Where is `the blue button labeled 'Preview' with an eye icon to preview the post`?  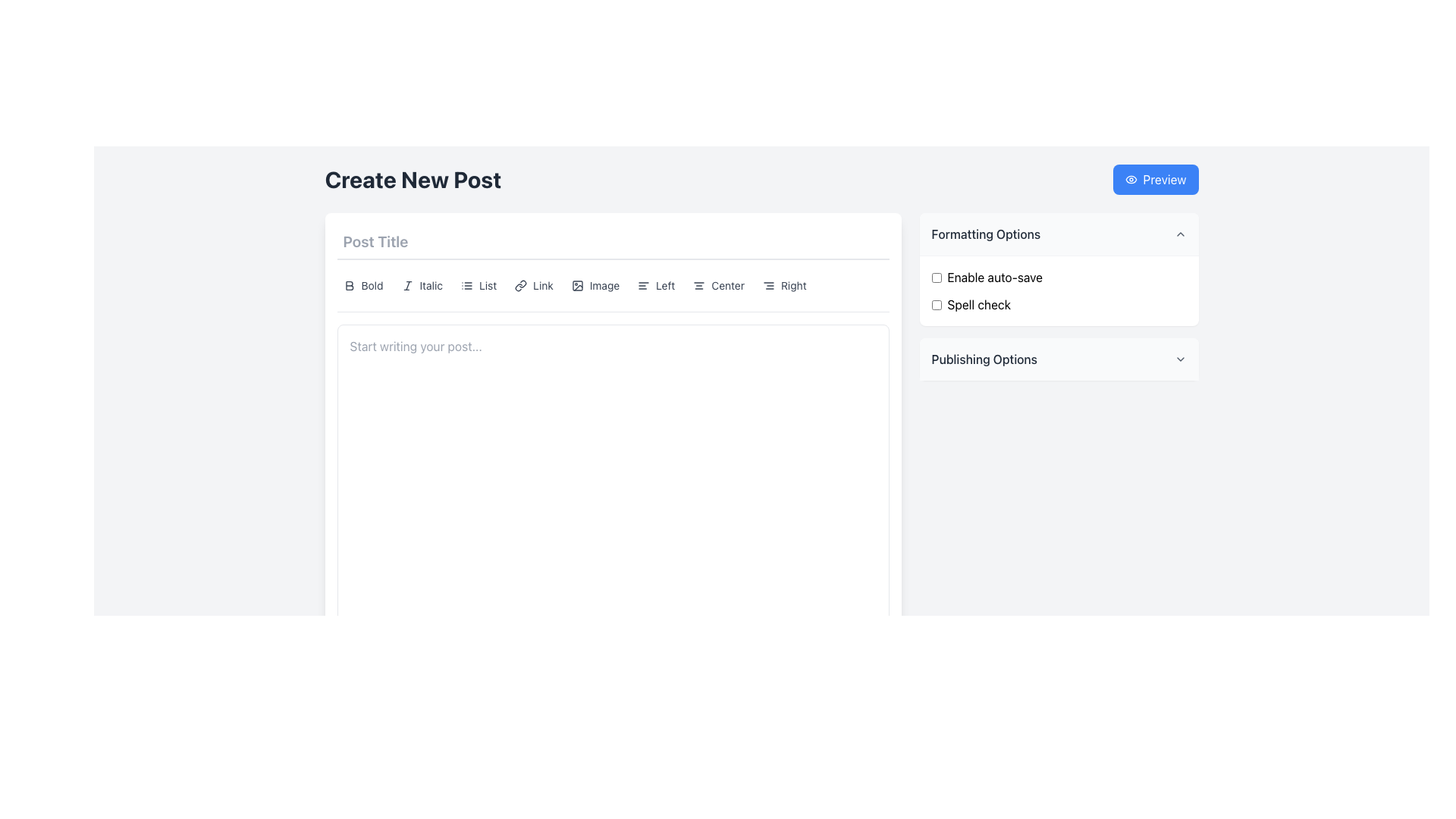
the blue button labeled 'Preview' with an eye icon to preview the post is located at coordinates (1155, 178).